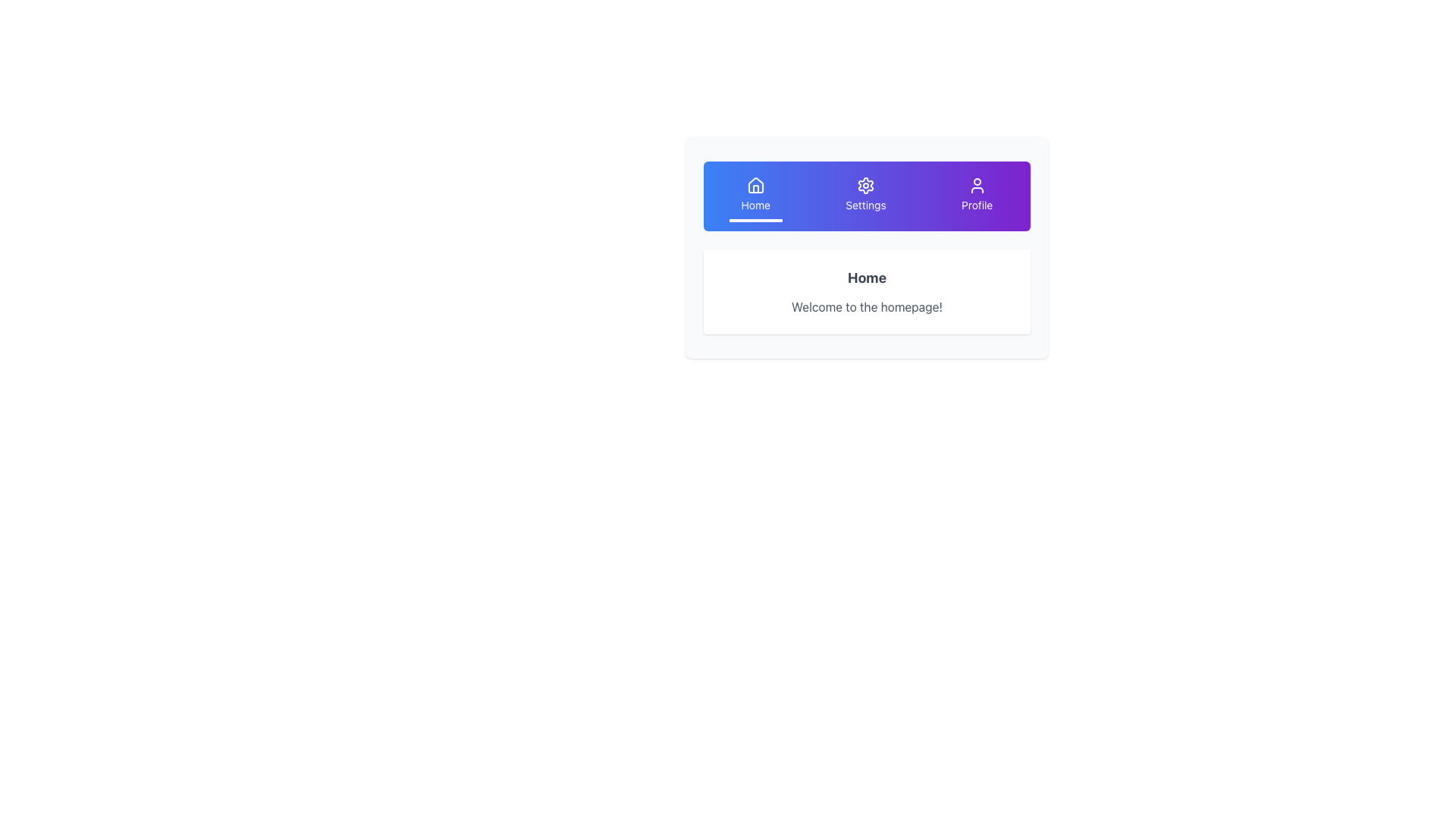  What do you see at coordinates (866, 185) in the screenshot?
I see `the settings icon located in the toolbar, which is the second item from the left` at bounding box center [866, 185].